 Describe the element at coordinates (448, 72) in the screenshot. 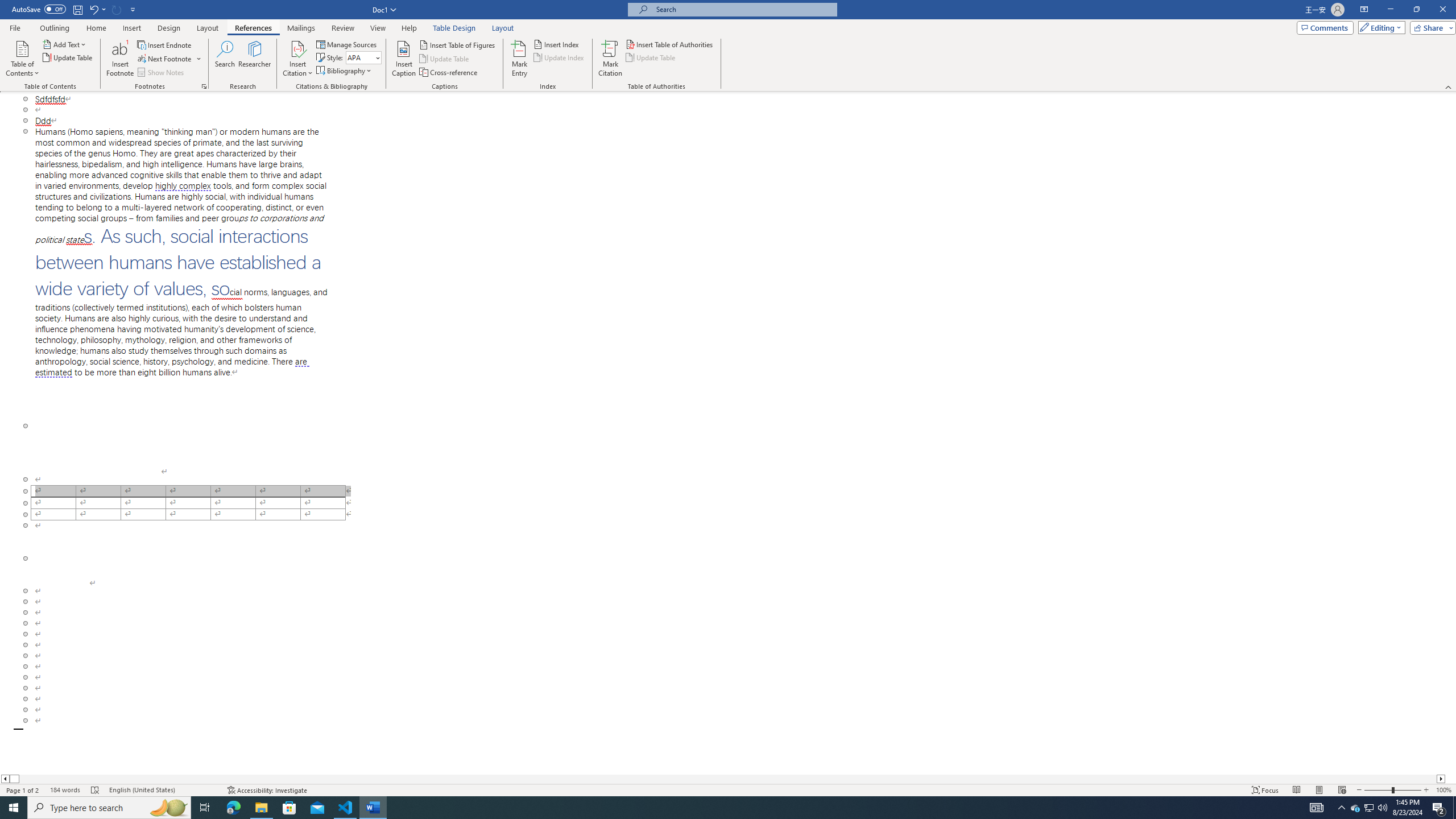

I see `'Cross-reference...'` at that location.